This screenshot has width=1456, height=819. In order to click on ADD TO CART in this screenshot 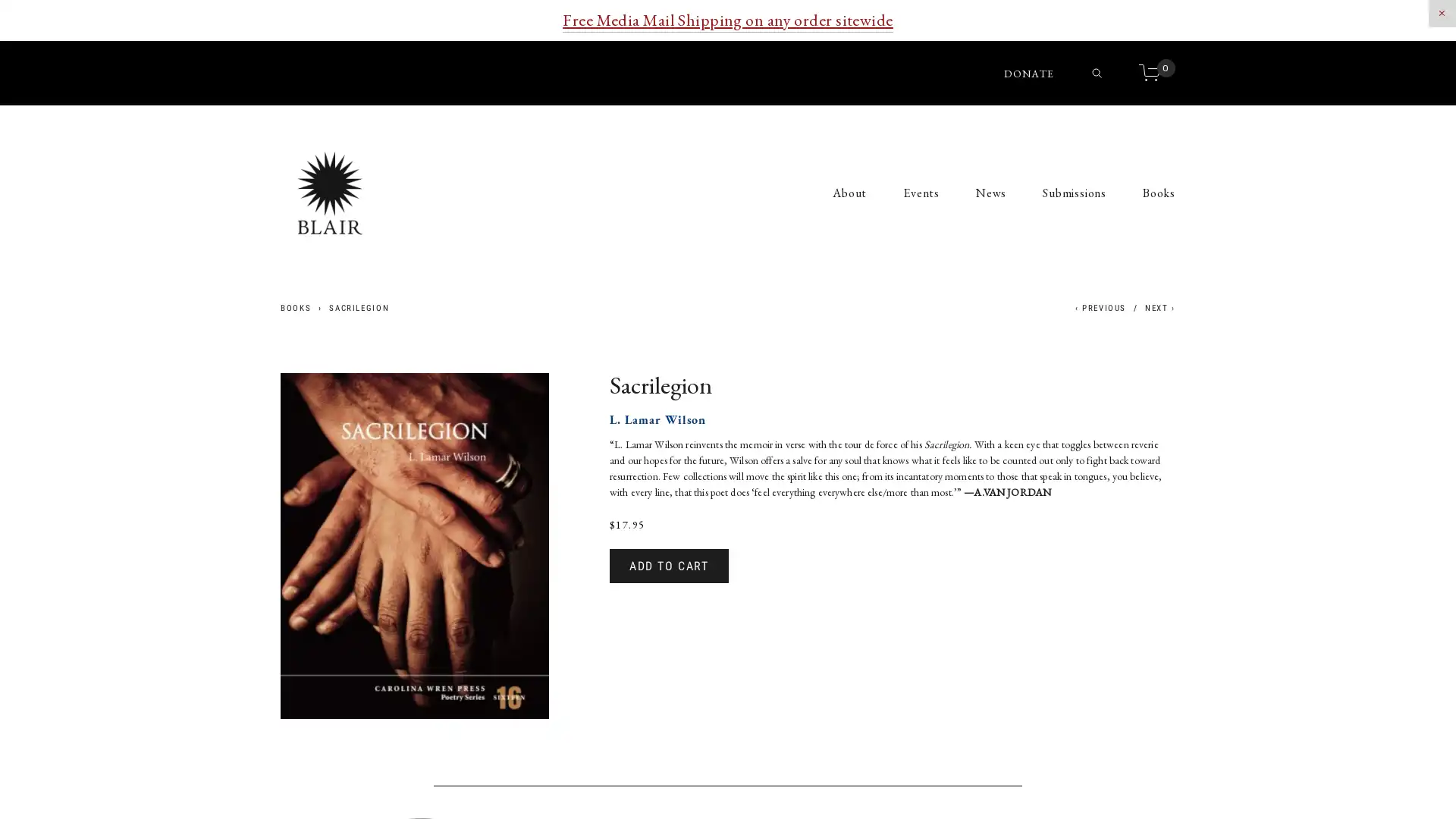, I will do `click(668, 566)`.